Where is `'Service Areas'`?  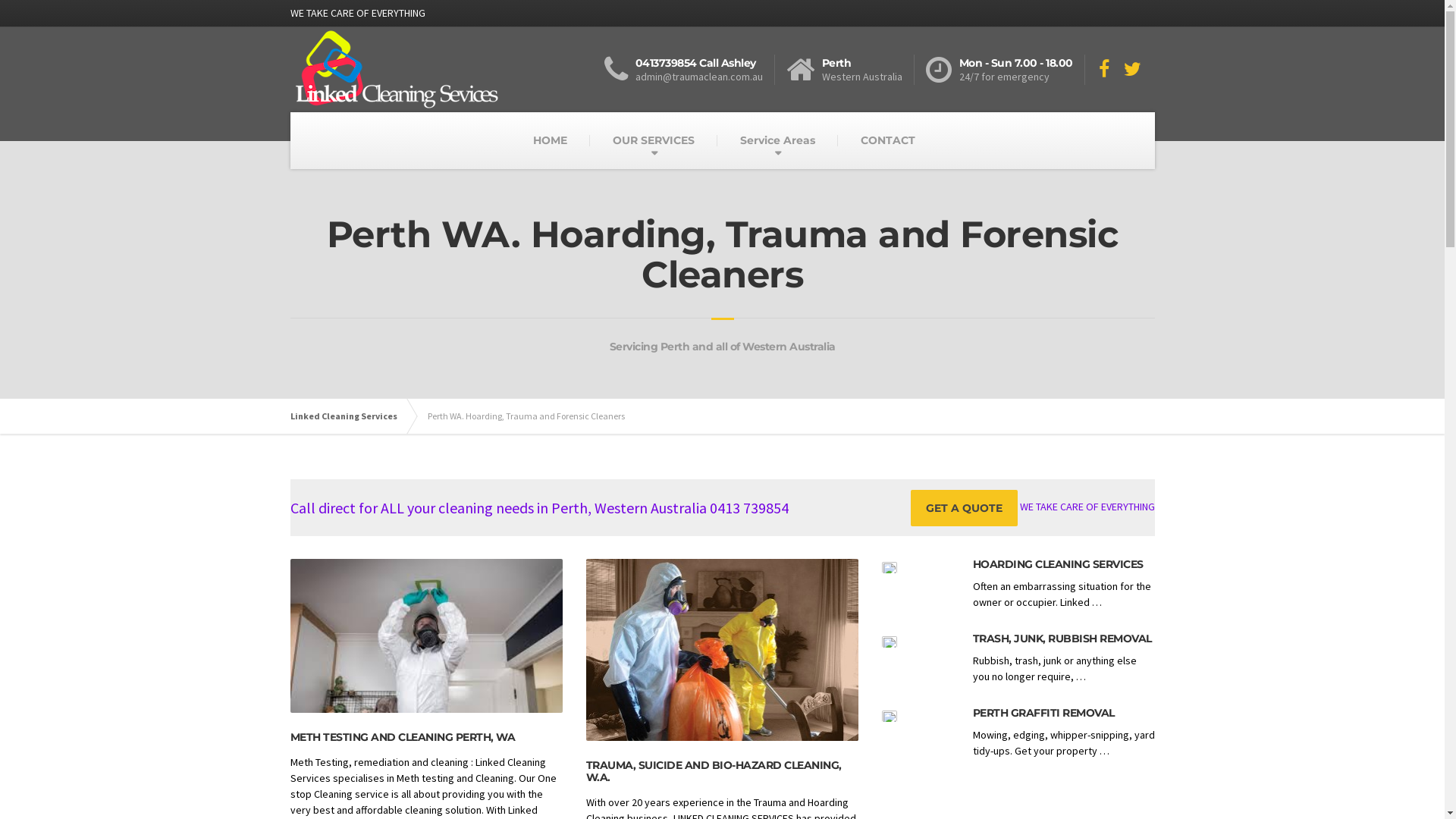 'Service Areas' is located at coordinates (716, 140).